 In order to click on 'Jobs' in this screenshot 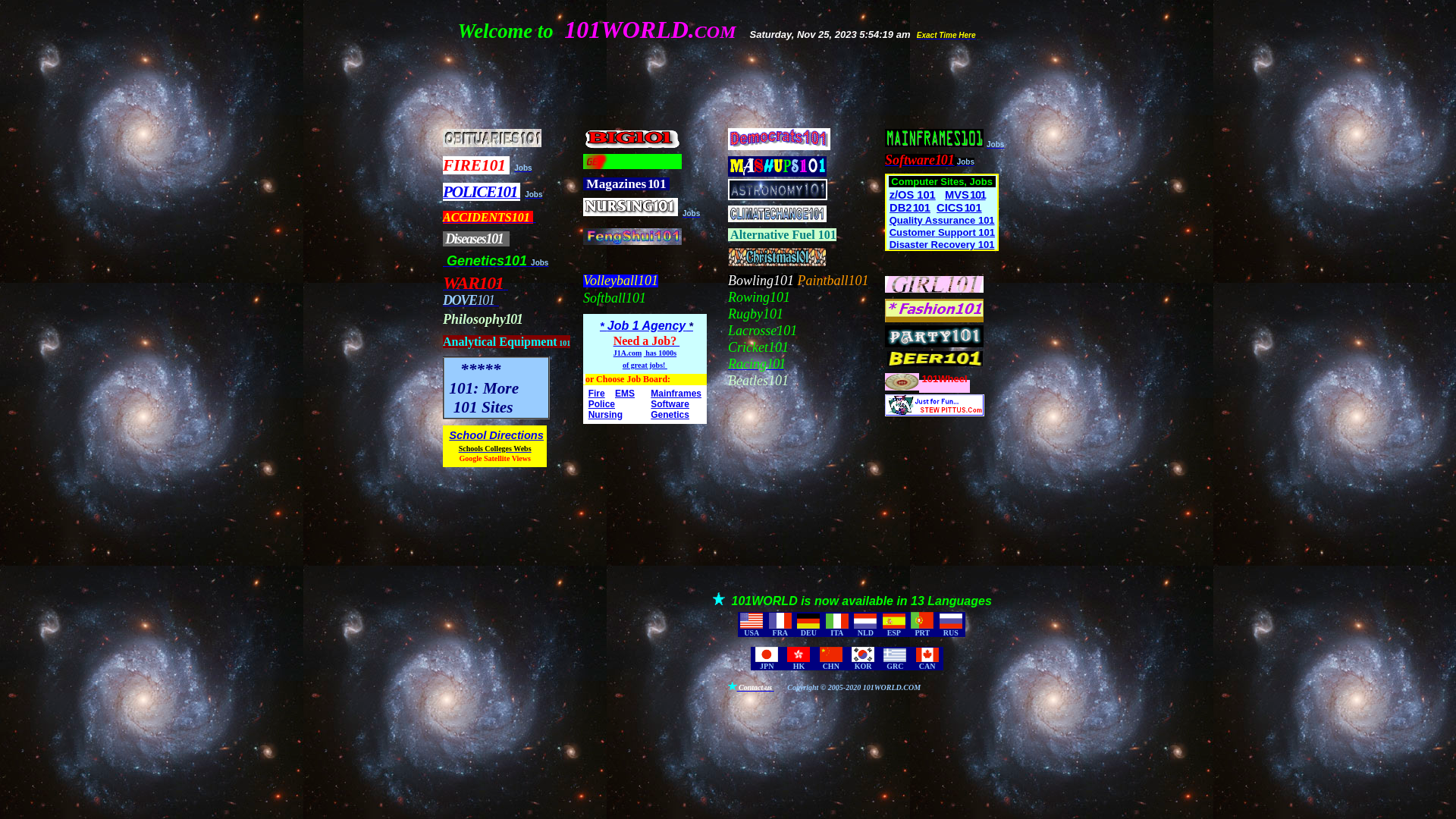, I will do `click(522, 166)`.